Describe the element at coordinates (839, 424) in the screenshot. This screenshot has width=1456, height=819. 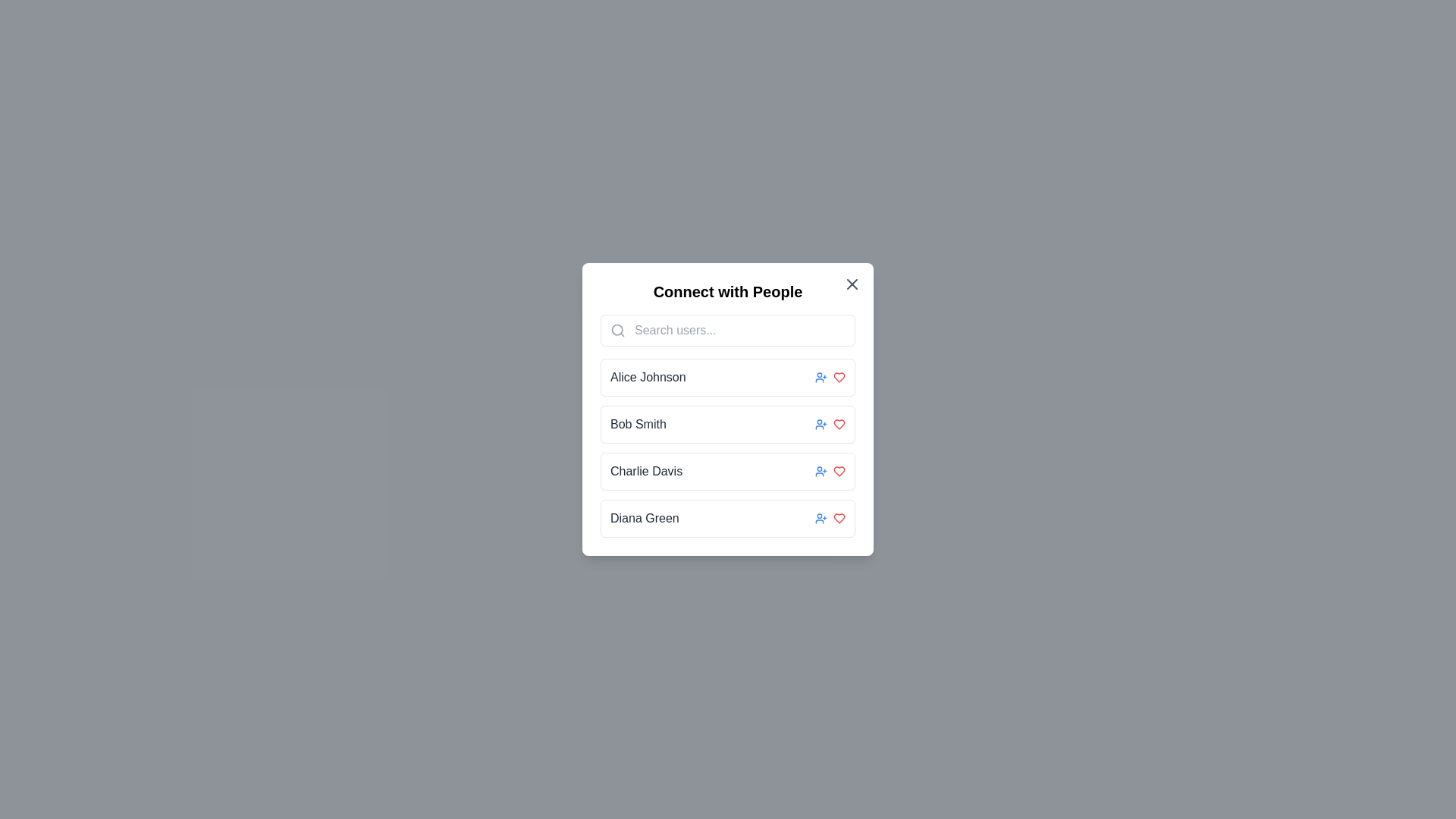
I see `the favorite icon located in the third column of the 'Bob Smith' row in the 'Connect with People' dialog to mark the user as a favorite` at that location.